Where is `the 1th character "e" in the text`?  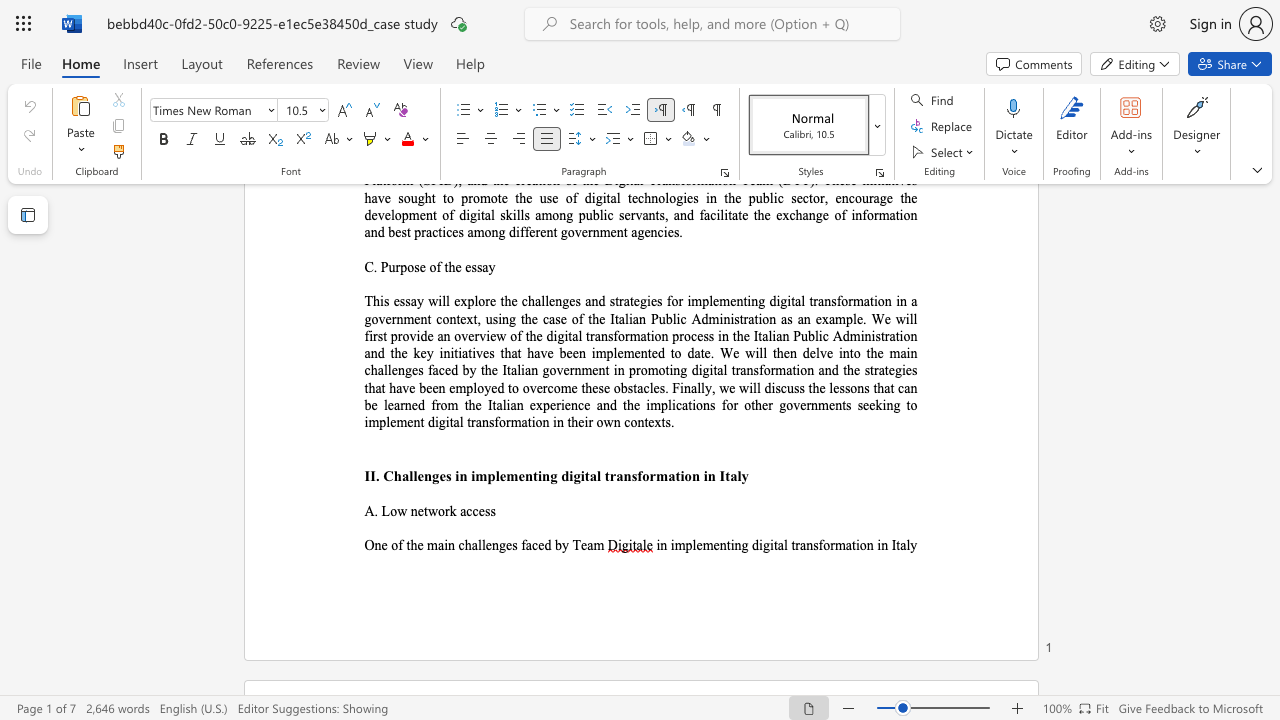 the 1th character "e" in the text is located at coordinates (384, 545).